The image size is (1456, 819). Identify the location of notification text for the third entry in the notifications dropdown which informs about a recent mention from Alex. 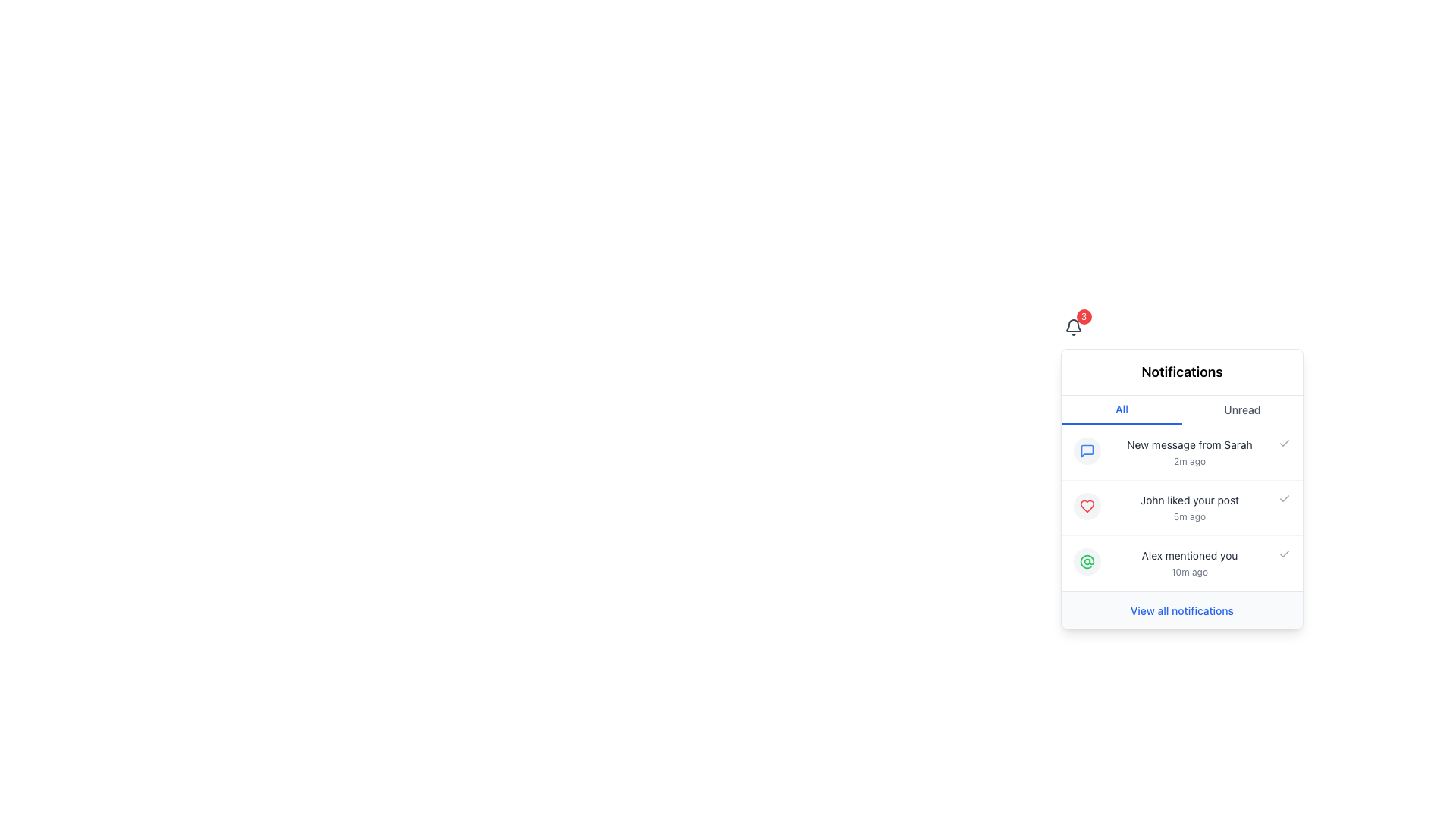
(1181, 563).